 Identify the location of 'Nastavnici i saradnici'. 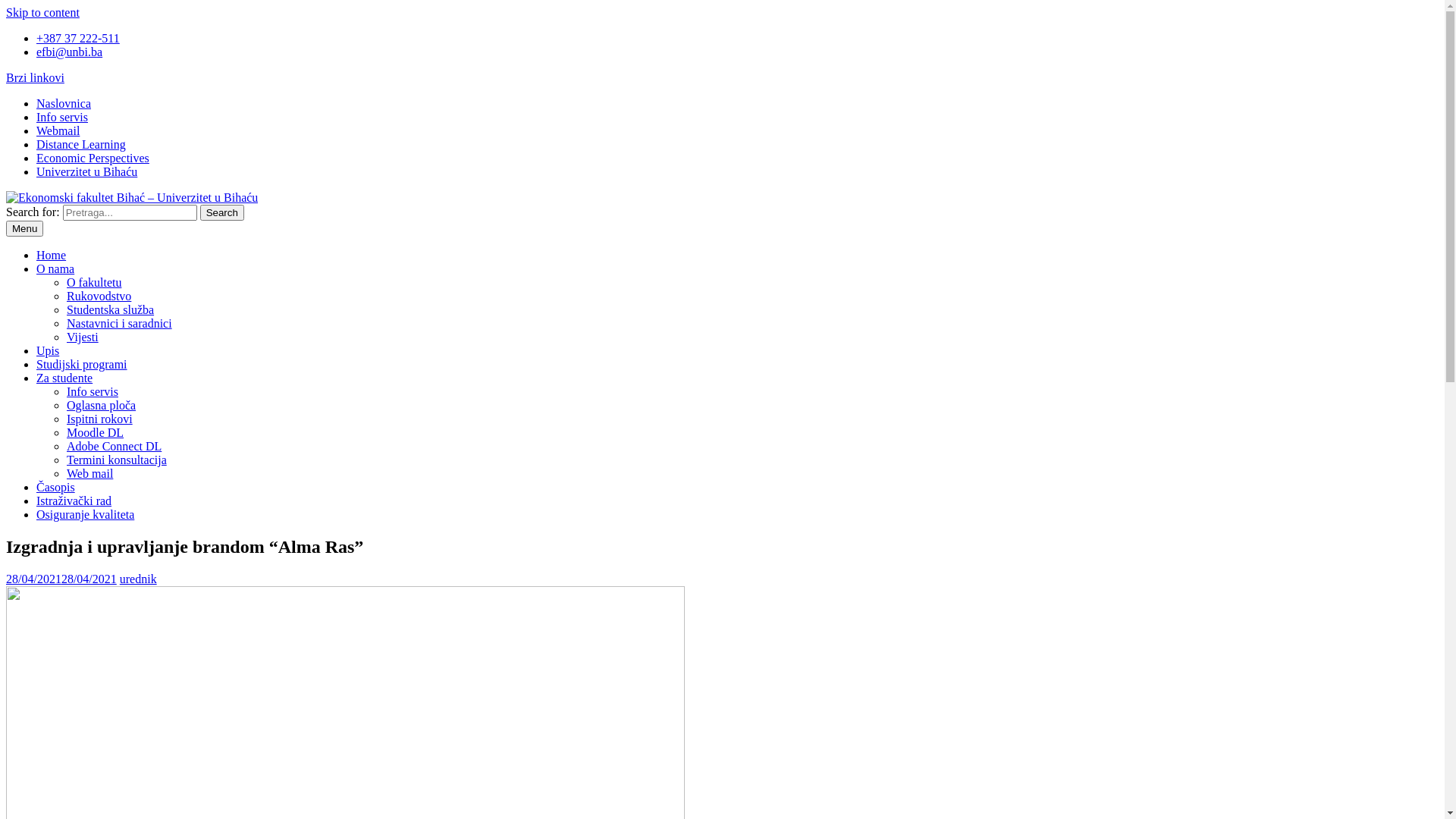
(118, 322).